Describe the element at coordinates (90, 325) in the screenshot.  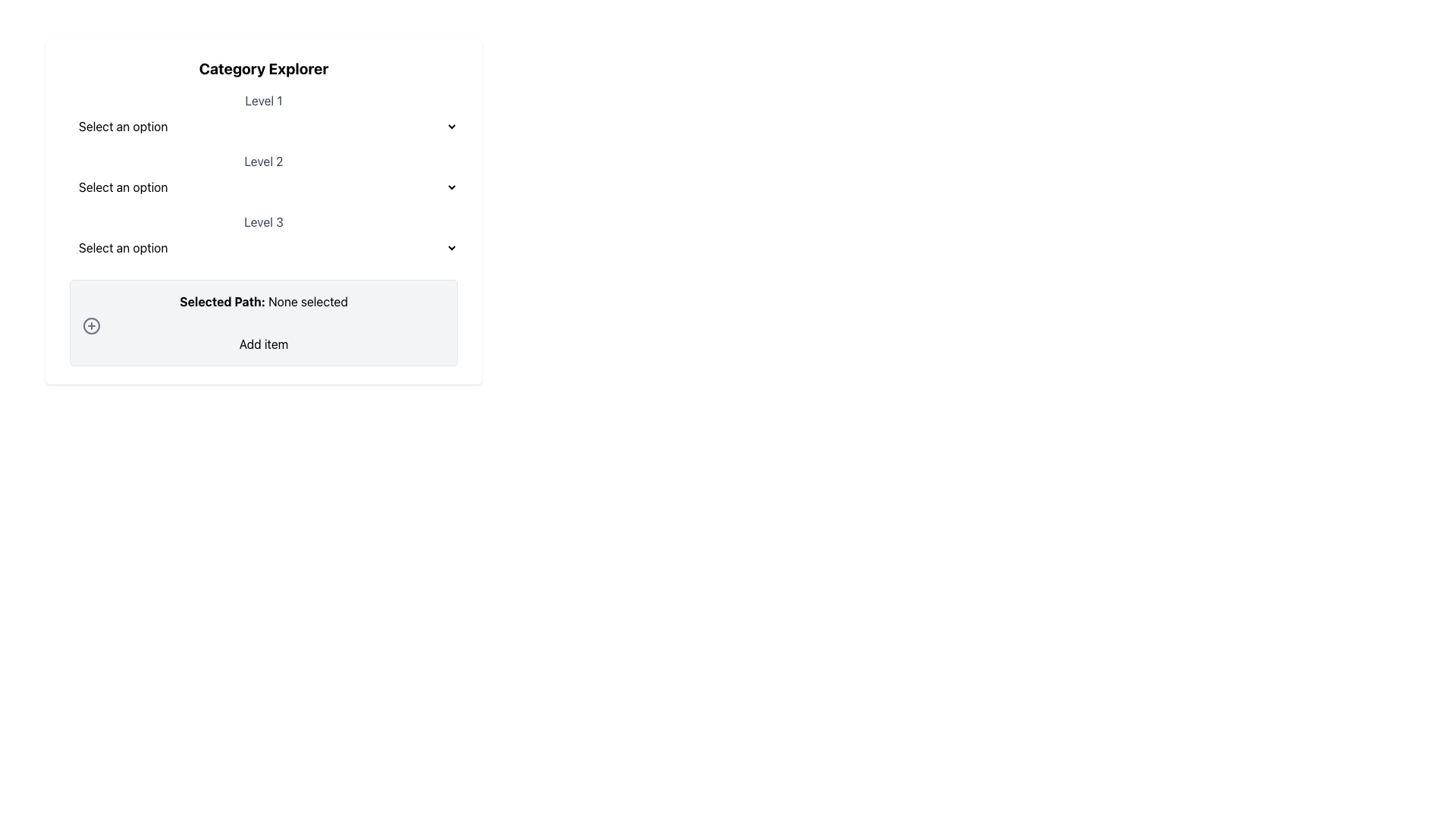
I see `the SVG circle that indicates the 'Add item' functionality, located in the lower middle region of the interface, left to the 'Add item' button` at that location.